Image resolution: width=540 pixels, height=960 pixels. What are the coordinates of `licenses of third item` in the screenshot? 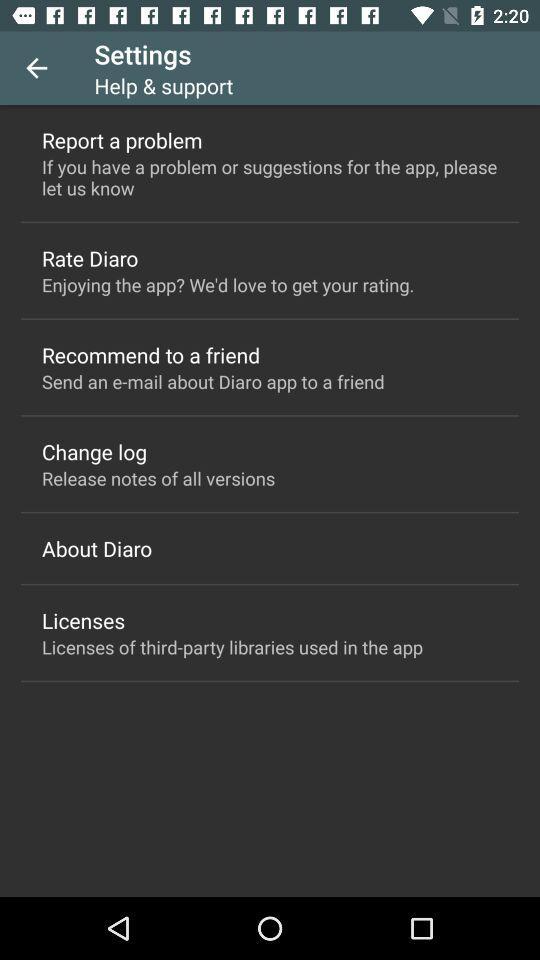 It's located at (231, 646).